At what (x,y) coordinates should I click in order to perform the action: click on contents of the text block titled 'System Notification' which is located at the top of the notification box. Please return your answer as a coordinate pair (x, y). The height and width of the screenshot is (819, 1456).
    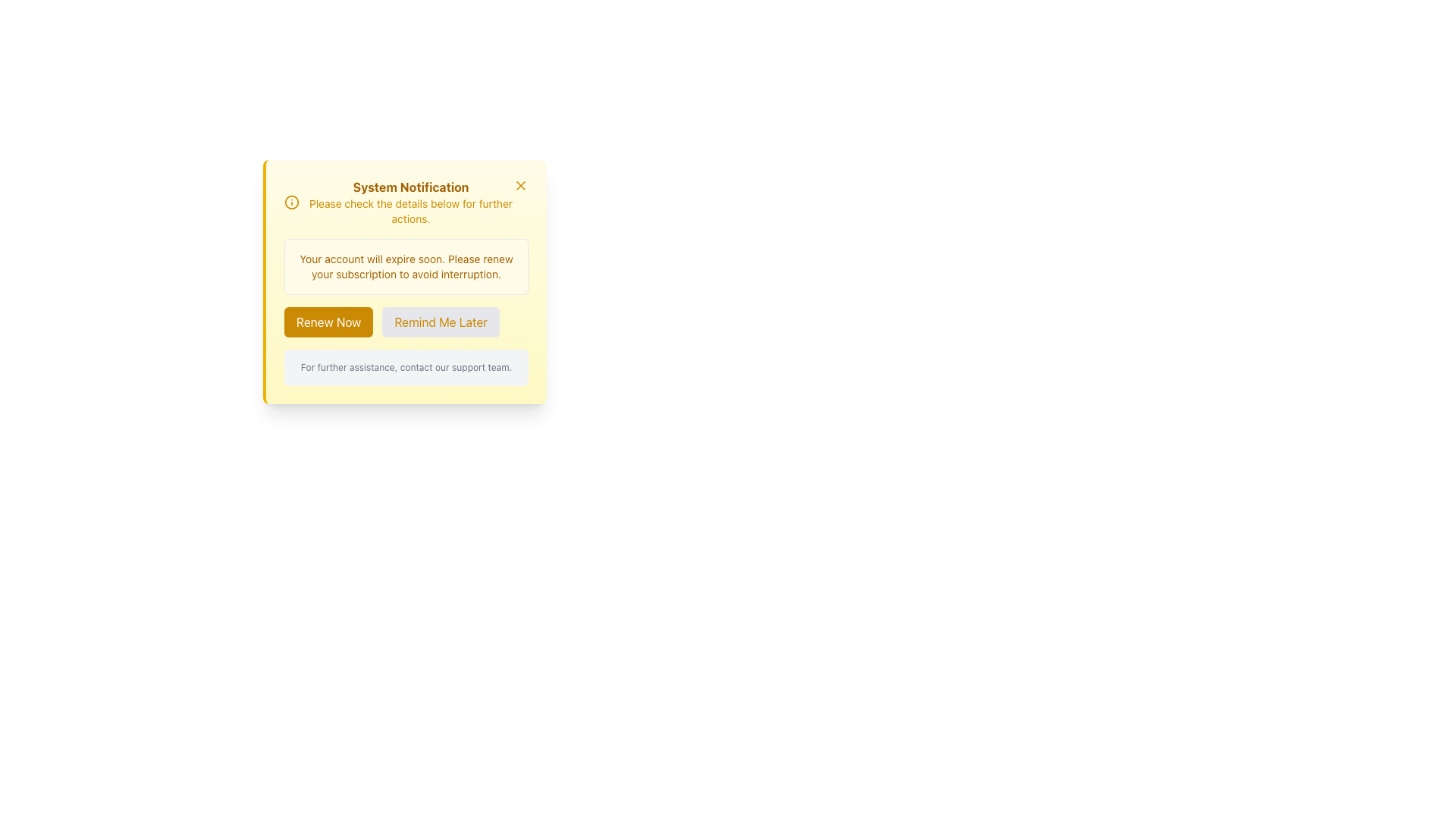
    Looking at the image, I should click on (406, 201).